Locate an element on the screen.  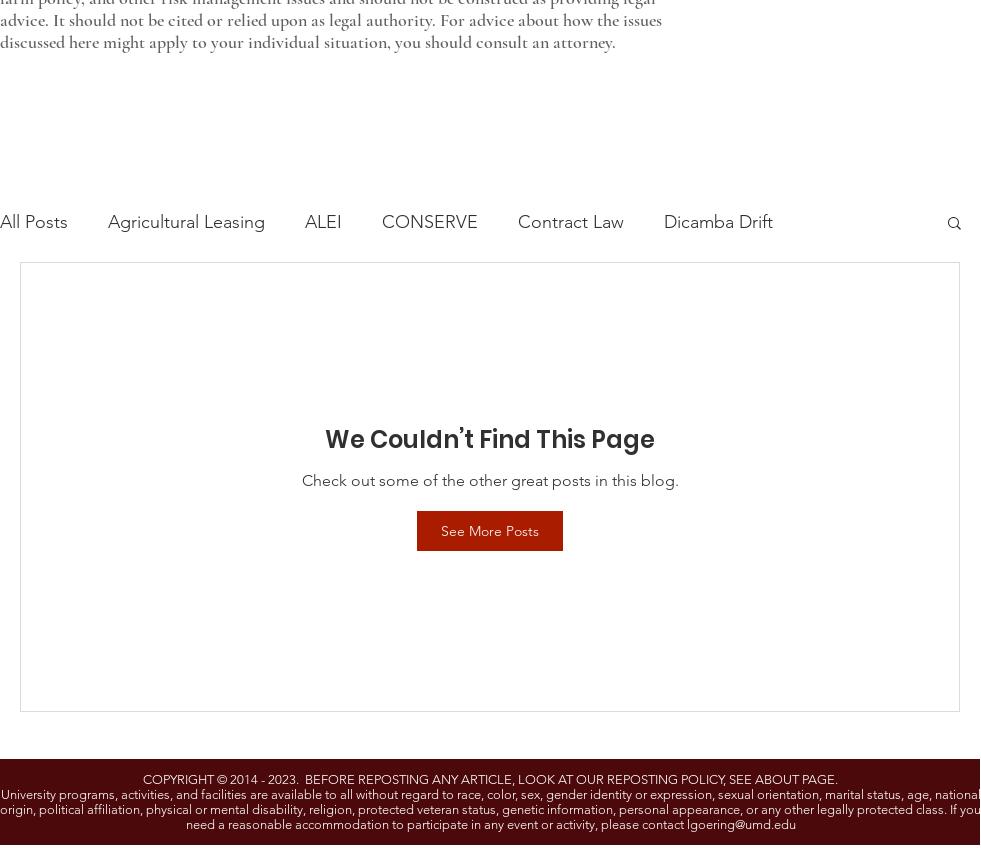
'COPYRIGHT © 2014 - 2023.  BEFORE REPOSTING ANY ARTICLE, LOOK AT OUR REPOSTING POLICY, SEE ABOUT PAGE.' is located at coordinates (142, 778).